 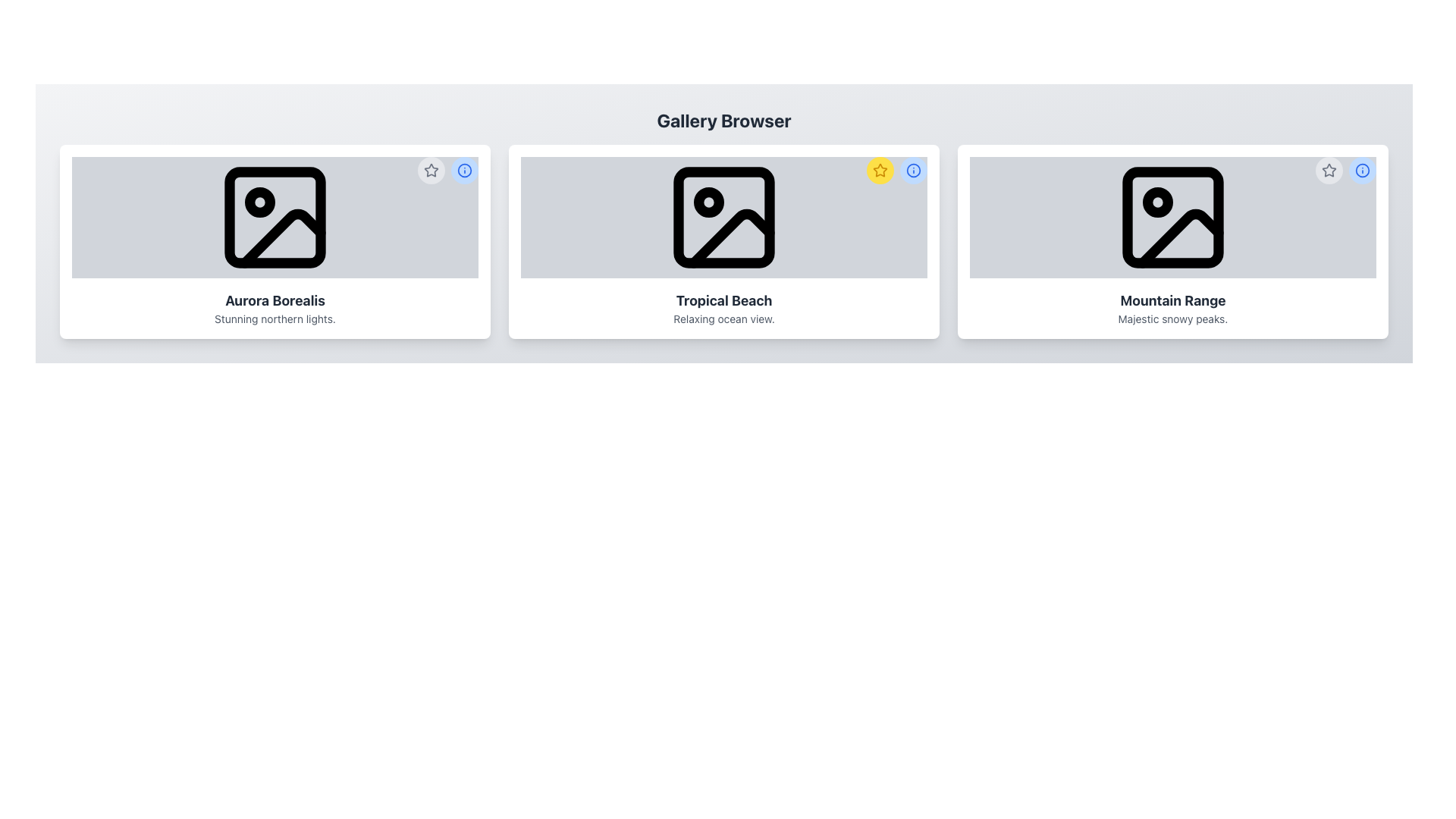 What do you see at coordinates (1172, 301) in the screenshot?
I see `text label displaying 'Mountain Range', which is styled with bold typography and positioned in the lower section of the rightmost panel of the gallery layout` at bounding box center [1172, 301].